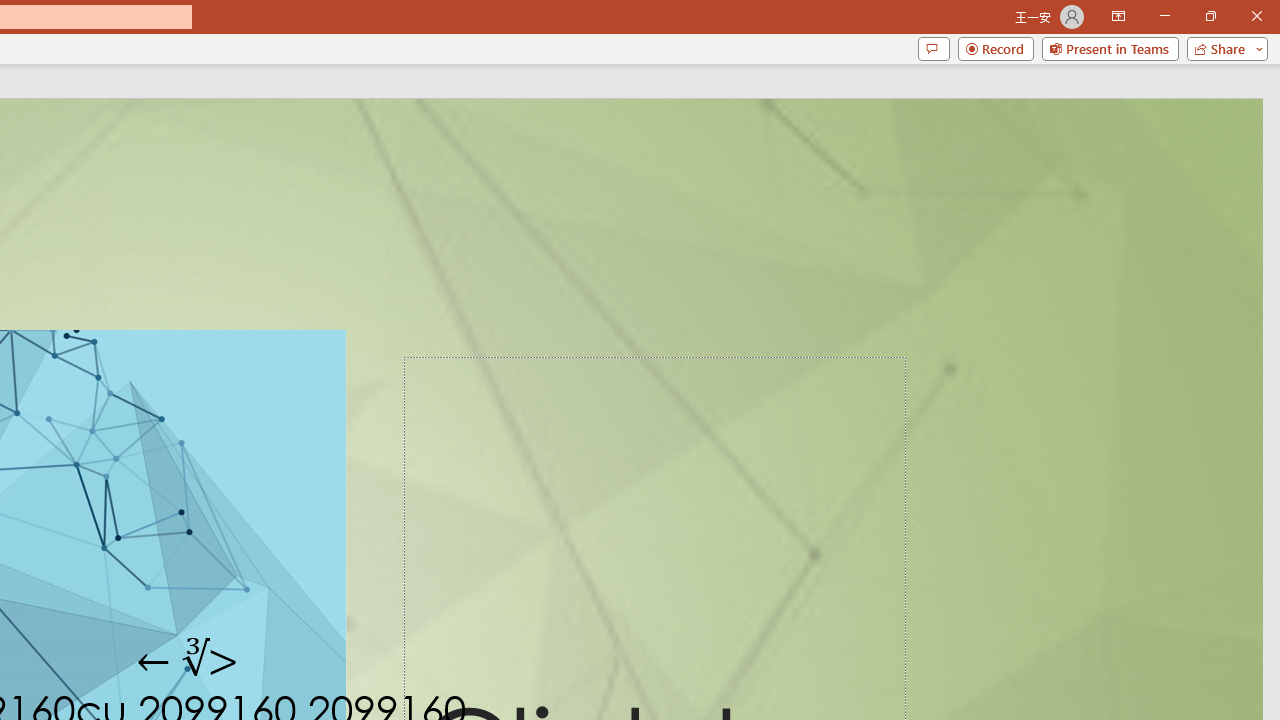 This screenshot has height=720, width=1280. What do you see at coordinates (1209, 16) in the screenshot?
I see `'Restore Down'` at bounding box center [1209, 16].